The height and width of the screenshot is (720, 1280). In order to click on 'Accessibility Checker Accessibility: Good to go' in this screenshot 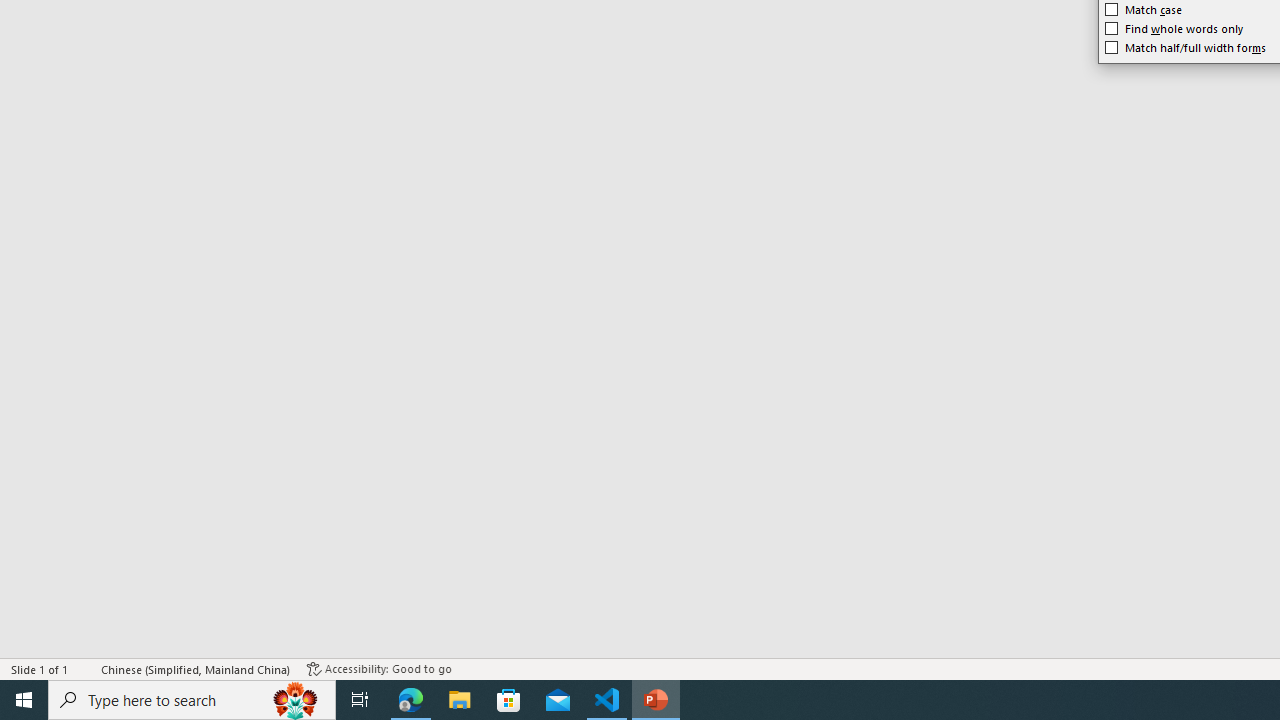, I will do `click(379, 669)`.